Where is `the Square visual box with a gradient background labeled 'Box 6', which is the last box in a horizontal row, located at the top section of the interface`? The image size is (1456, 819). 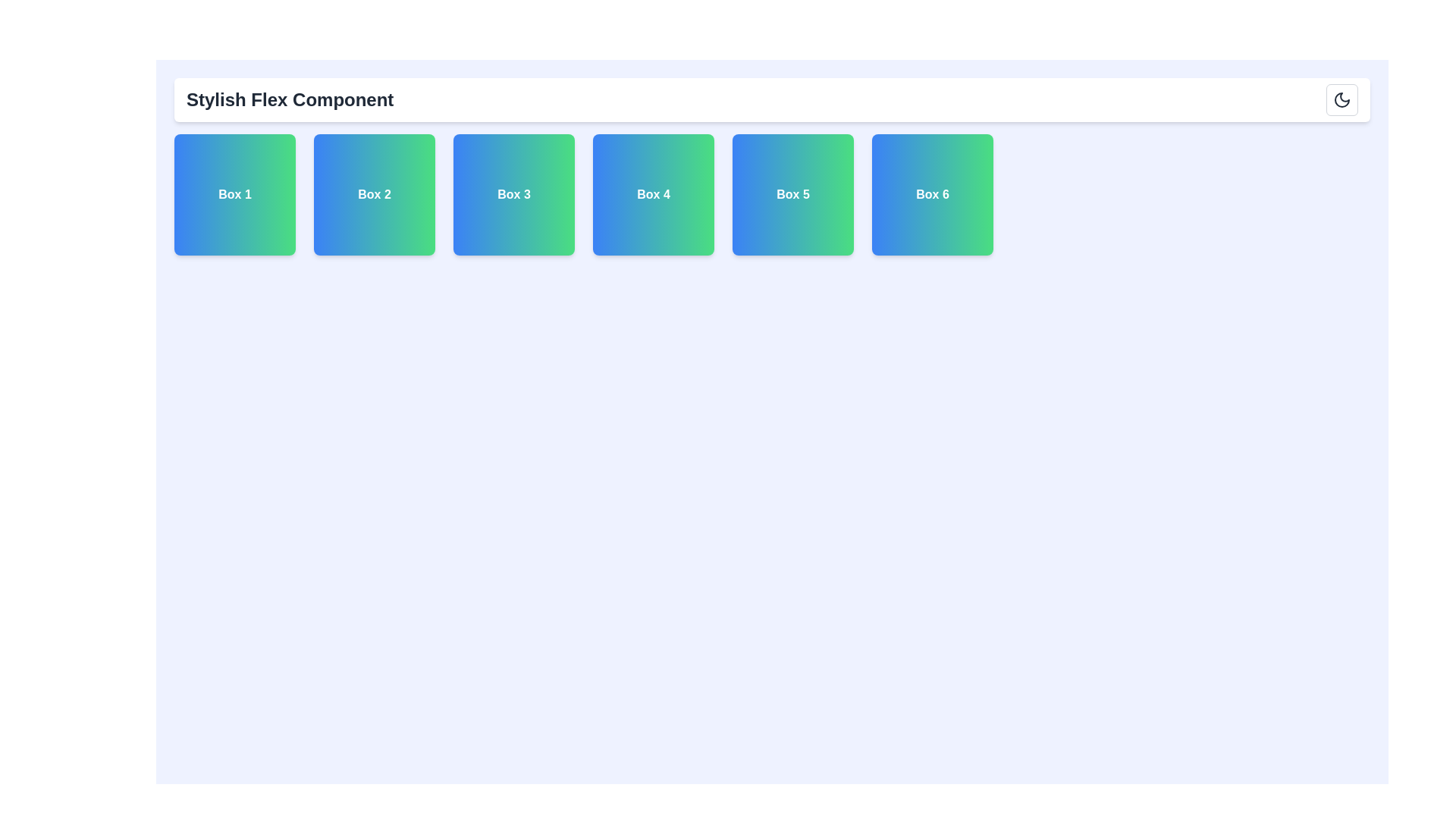
the Square visual box with a gradient background labeled 'Box 6', which is the last box in a horizontal row, located at the top section of the interface is located at coordinates (931, 194).